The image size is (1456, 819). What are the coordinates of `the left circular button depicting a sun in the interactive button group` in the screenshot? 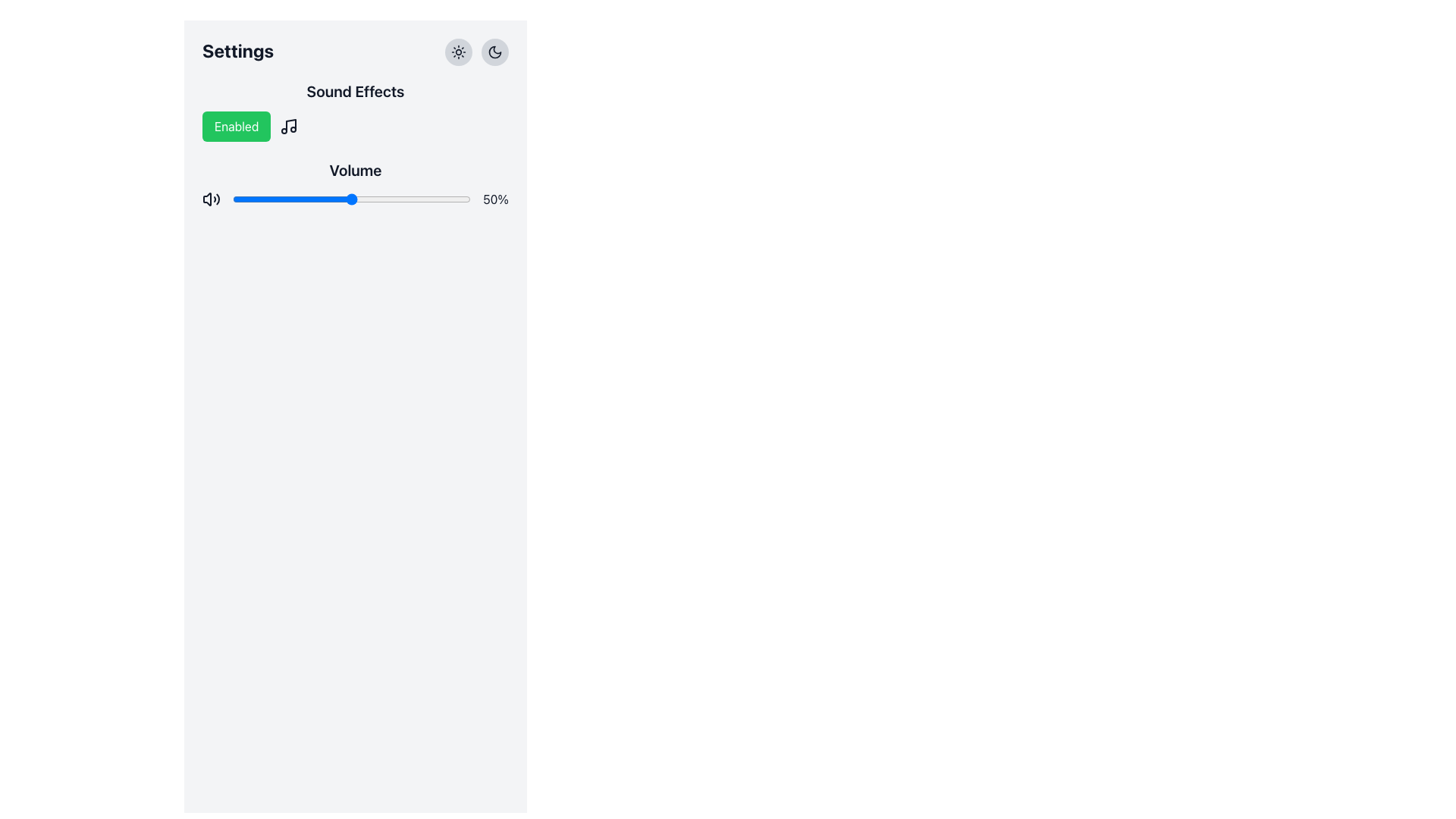 It's located at (475, 52).